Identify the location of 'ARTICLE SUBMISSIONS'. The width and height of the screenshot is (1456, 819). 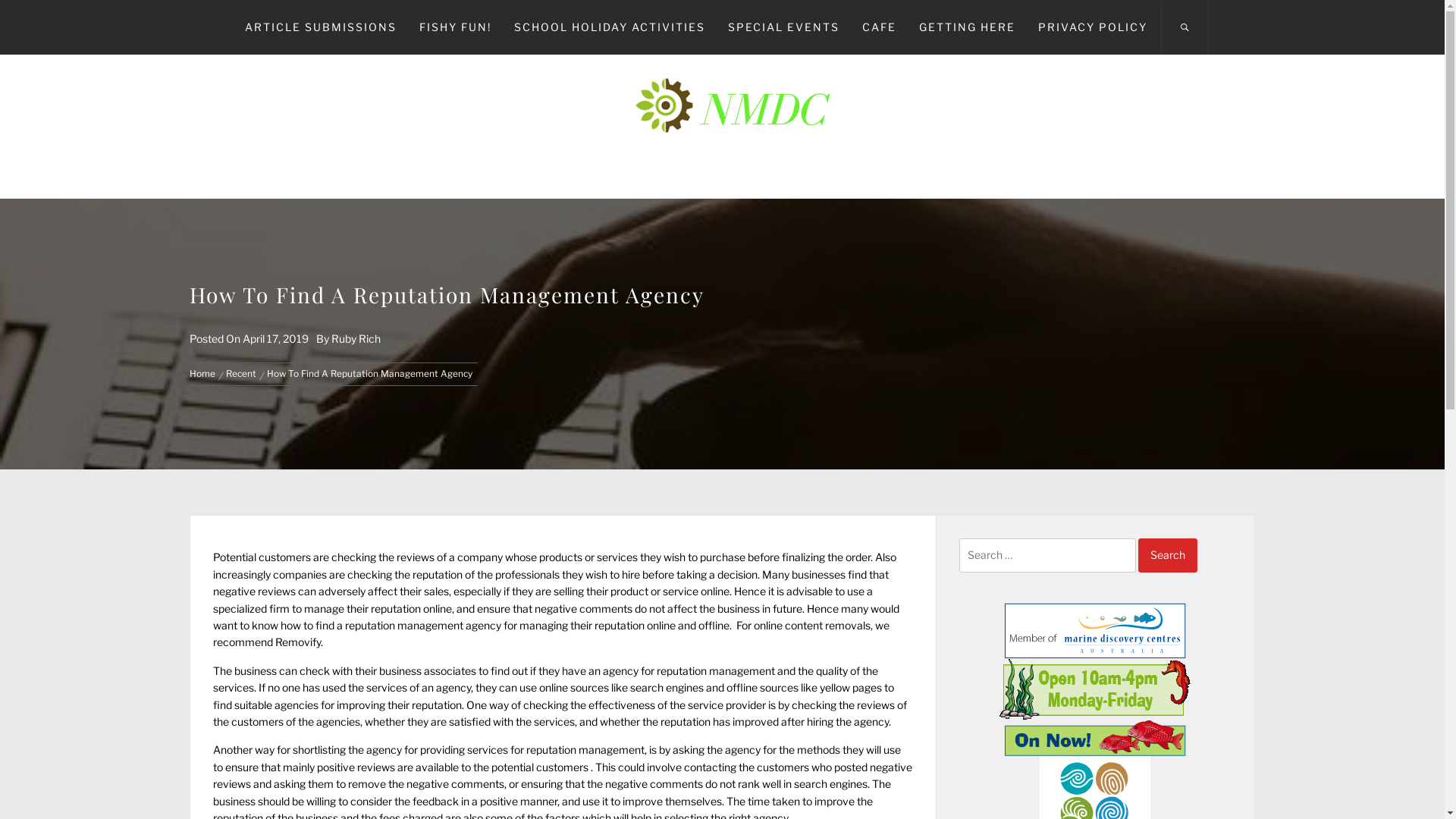
(319, 27).